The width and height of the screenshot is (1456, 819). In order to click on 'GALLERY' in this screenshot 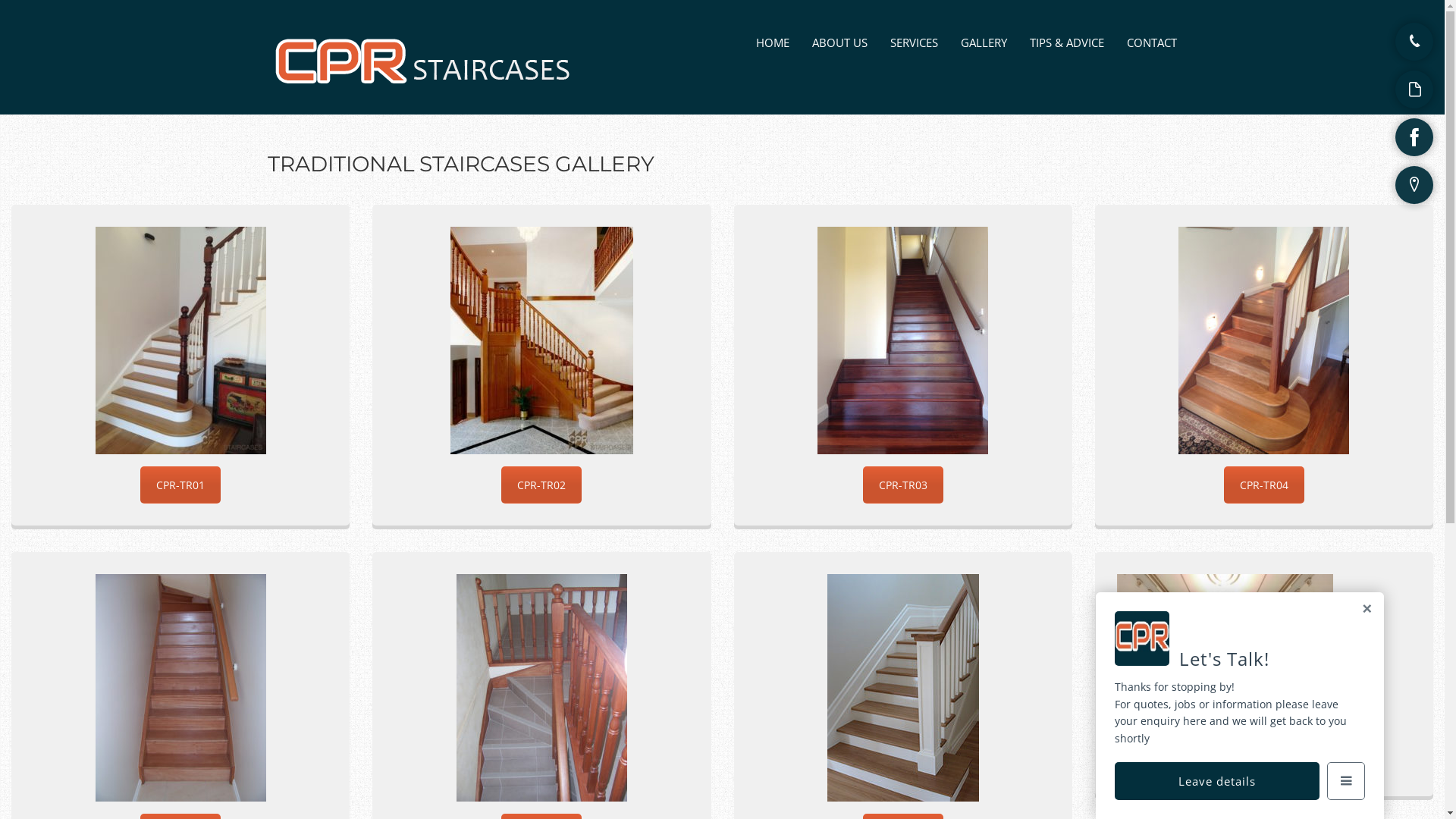, I will do `click(984, 42)`.